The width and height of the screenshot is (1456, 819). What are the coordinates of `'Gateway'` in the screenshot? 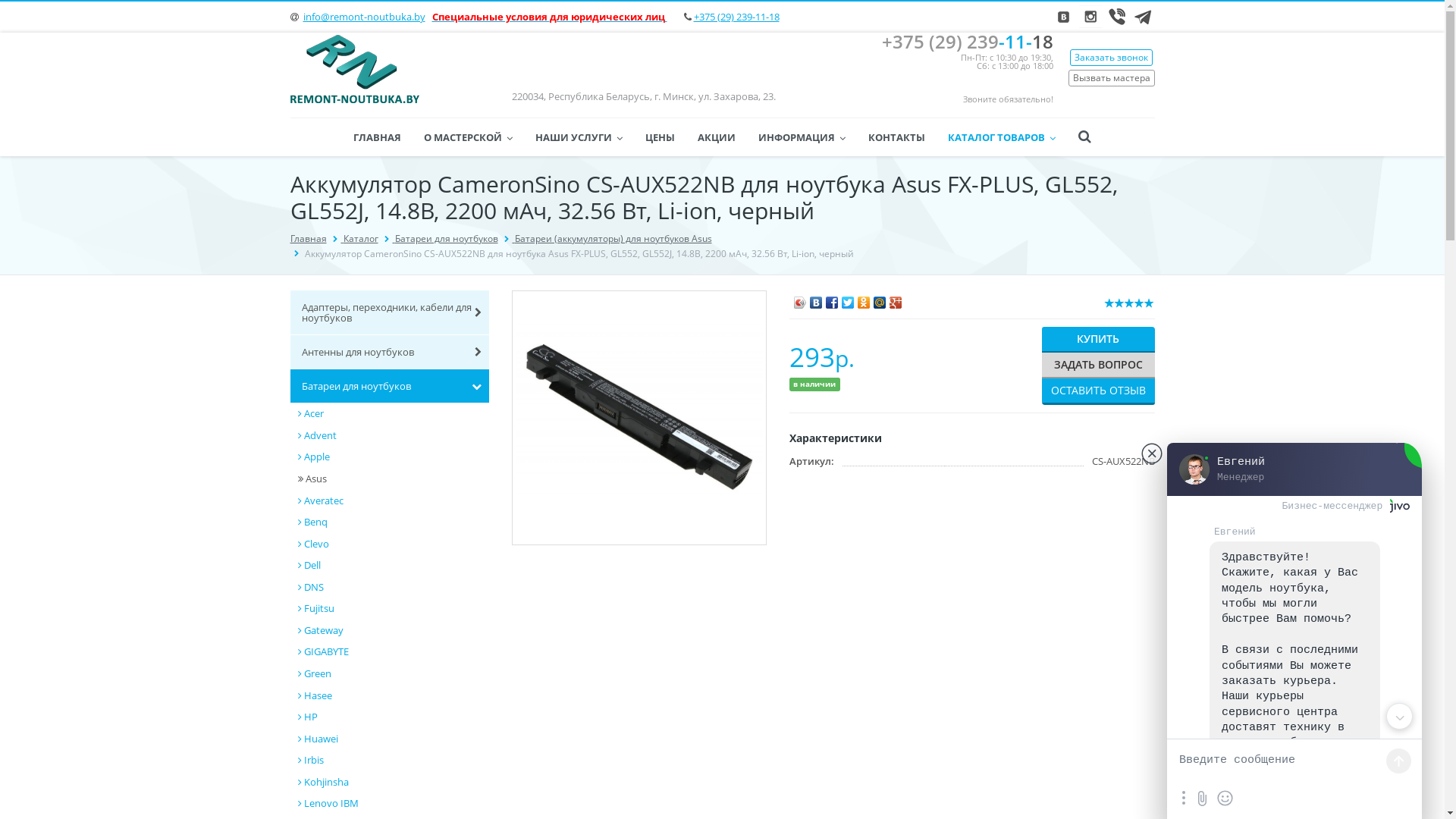 It's located at (297, 630).